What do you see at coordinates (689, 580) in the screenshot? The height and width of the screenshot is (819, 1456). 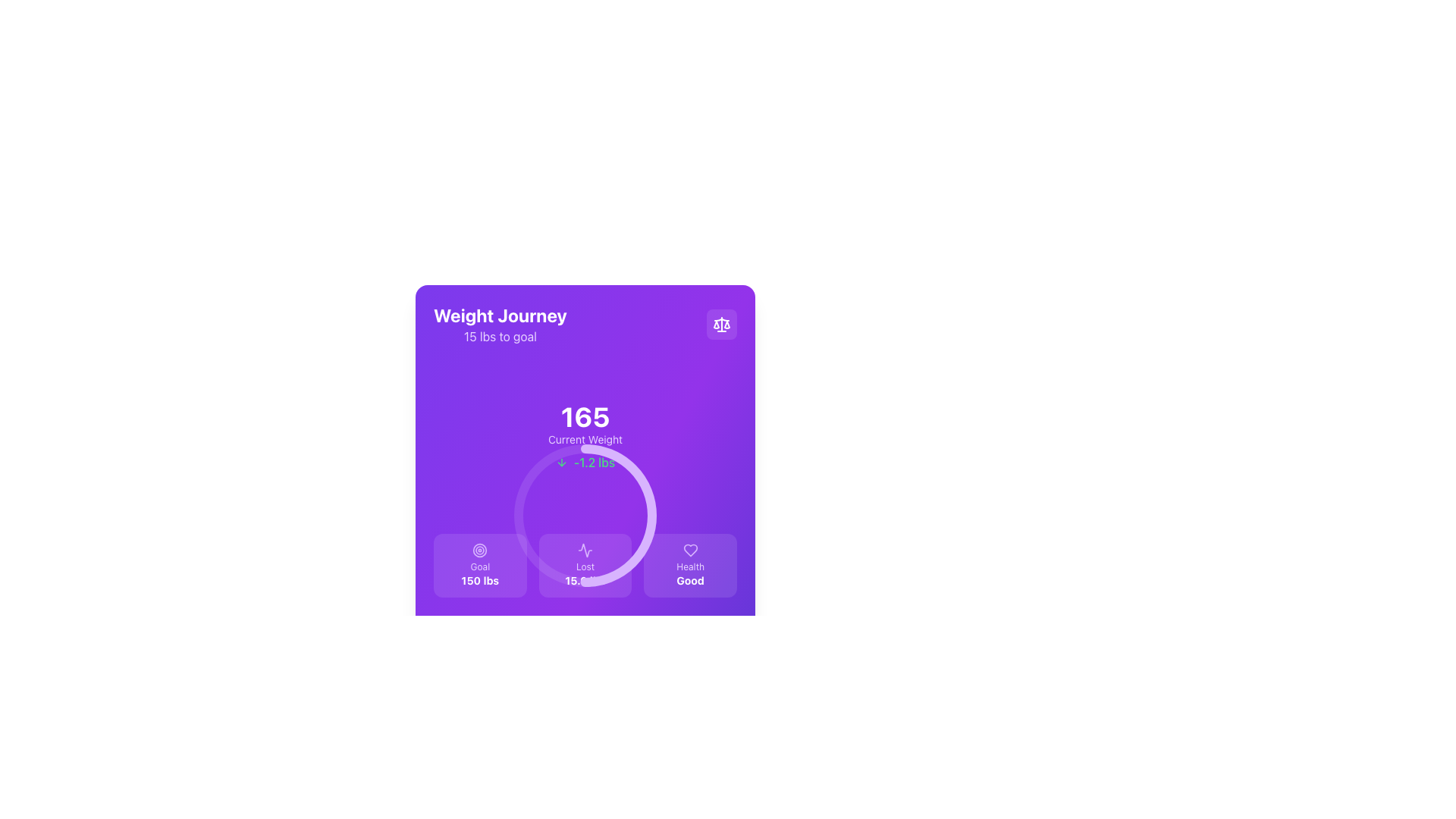 I see `the text label displaying the word 'Good' in bold, small-sized font with a white color, located at the bottom of the rightmost tile beneath the 'Health' label` at bounding box center [689, 580].